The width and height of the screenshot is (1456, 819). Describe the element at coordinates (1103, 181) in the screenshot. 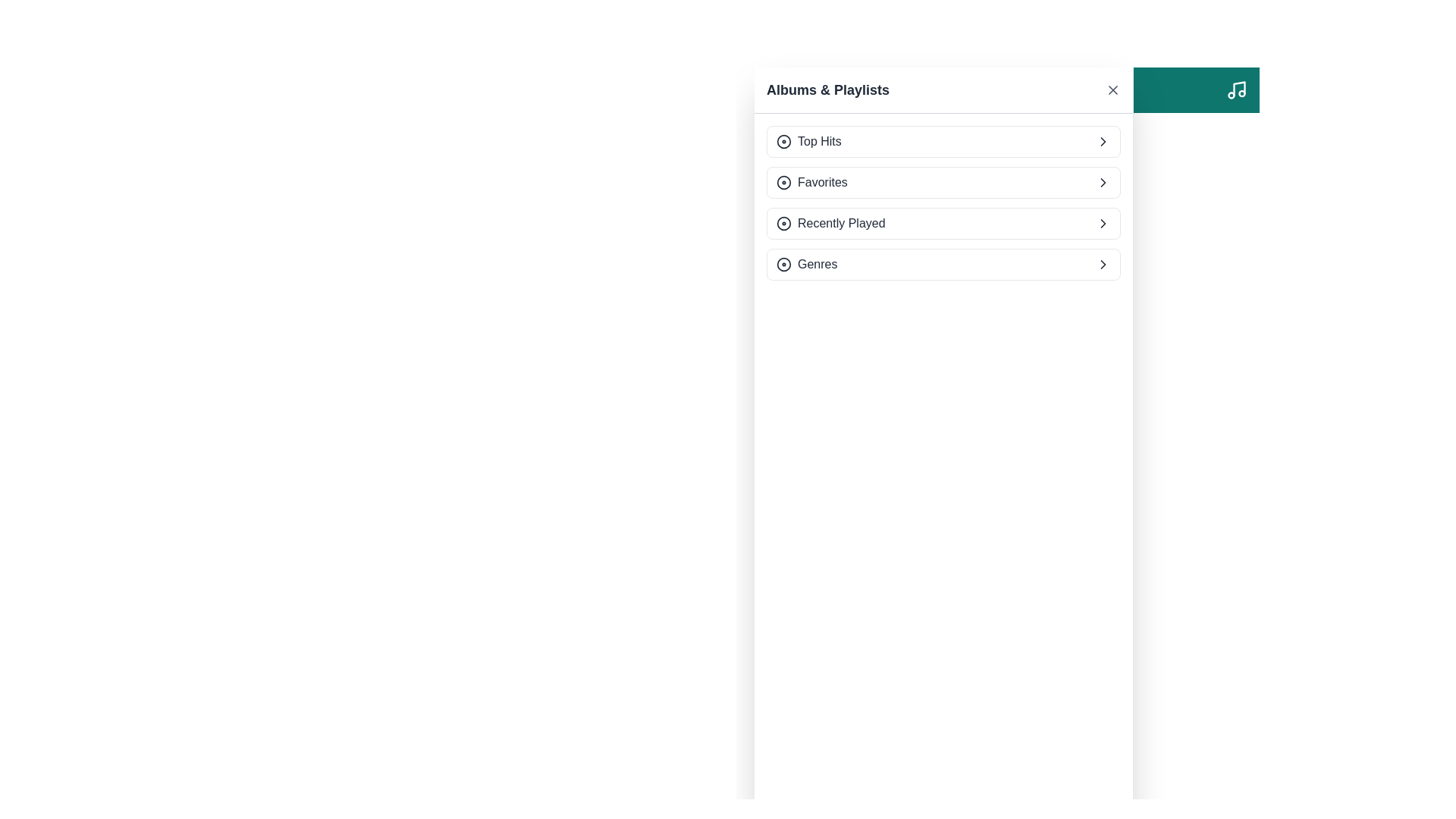

I see `the chevron icon indicating navigation to the detailed view or submenu related to the 'Favorites' category in the 'Albums & Playlists' section` at that location.